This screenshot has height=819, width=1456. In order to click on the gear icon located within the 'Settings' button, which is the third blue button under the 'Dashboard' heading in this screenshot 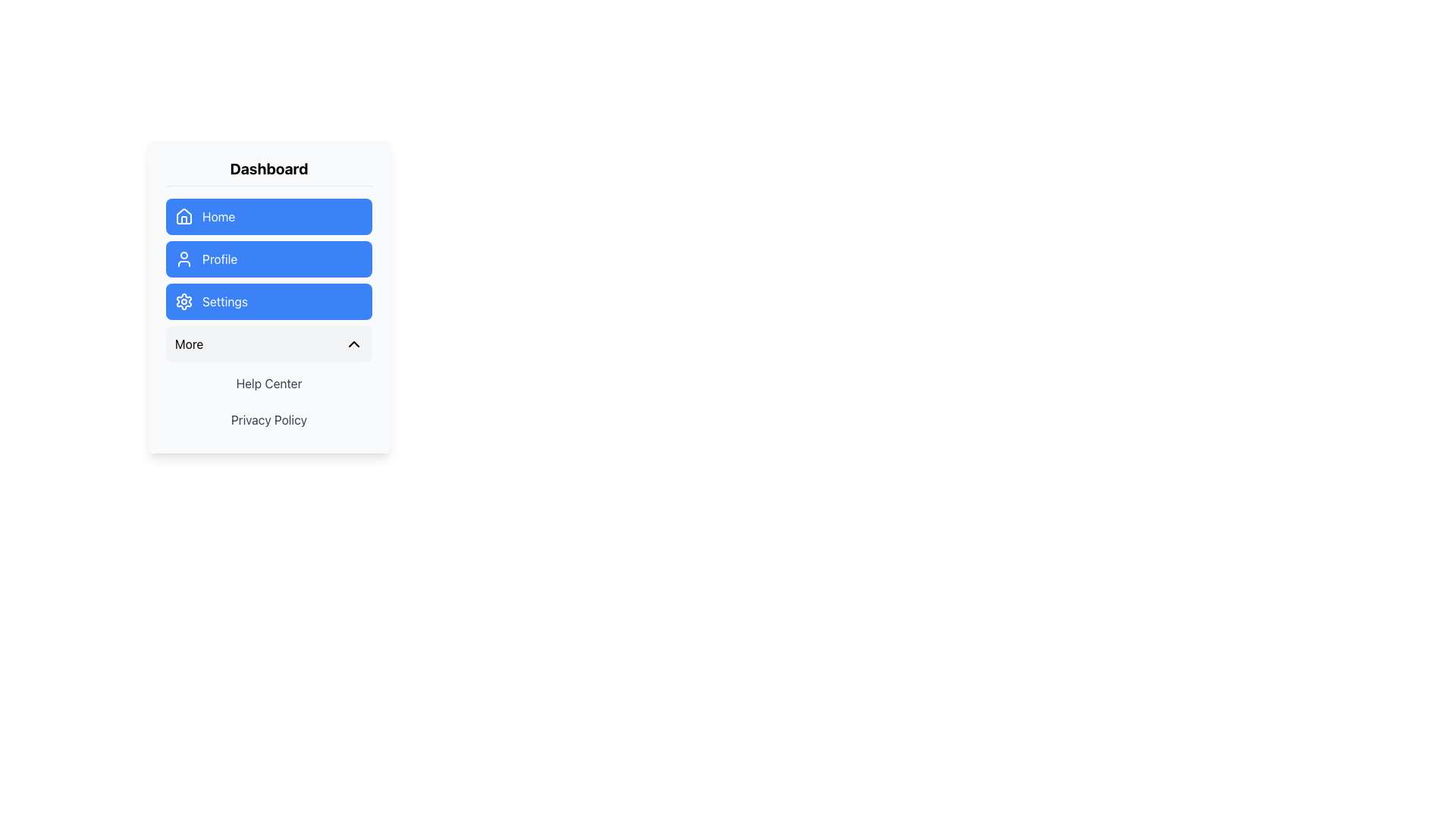, I will do `click(184, 301)`.